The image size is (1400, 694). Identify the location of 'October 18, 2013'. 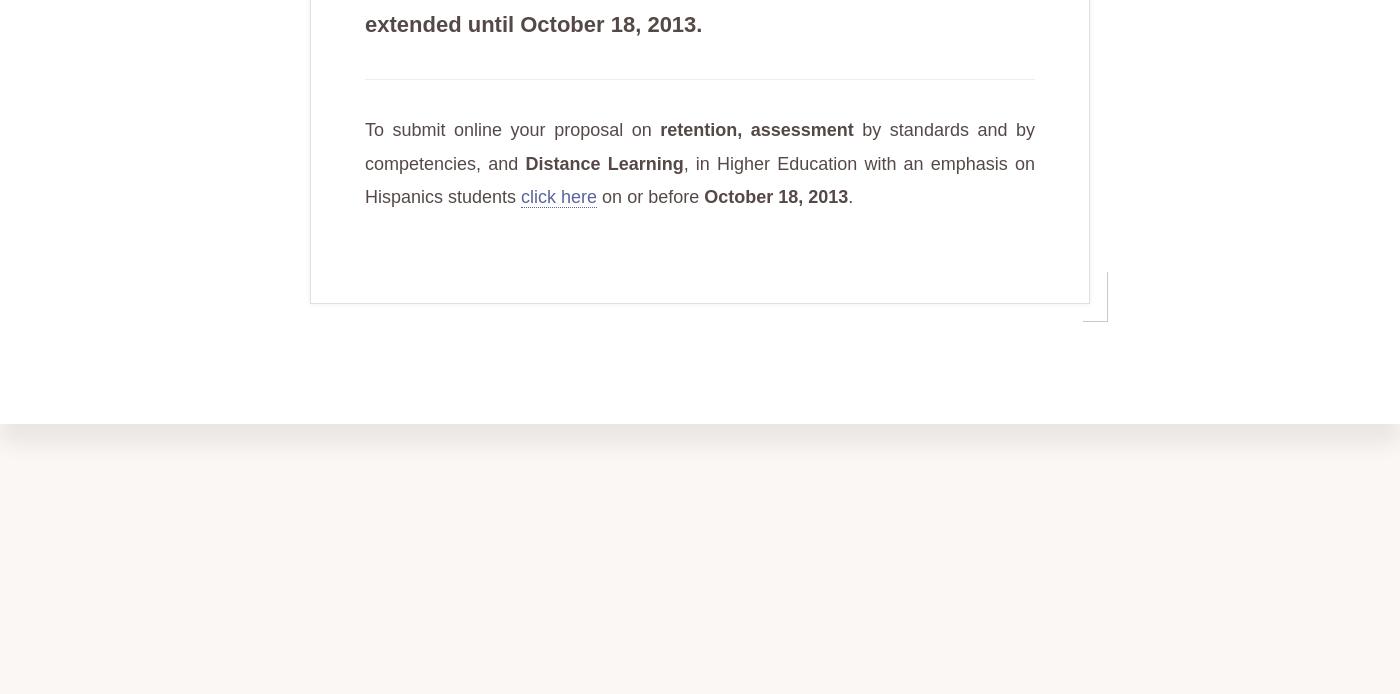
(704, 196).